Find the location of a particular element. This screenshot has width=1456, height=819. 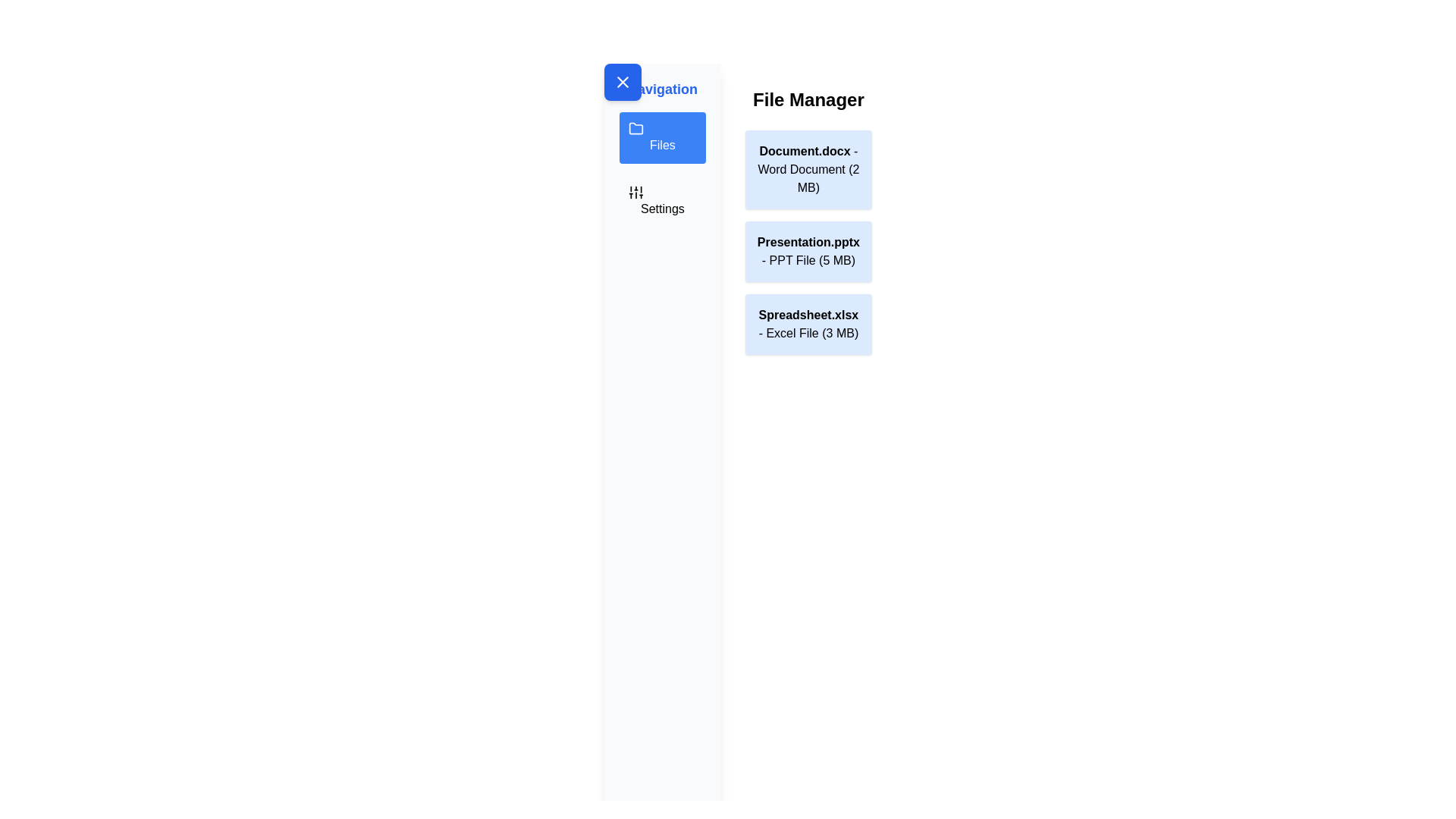

the first file entry in the file manager interface, which displays the file's name, type, and size, positioned above 'Presentation.pptx' and 'Spreadsheet.xlsx' is located at coordinates (808, 169).